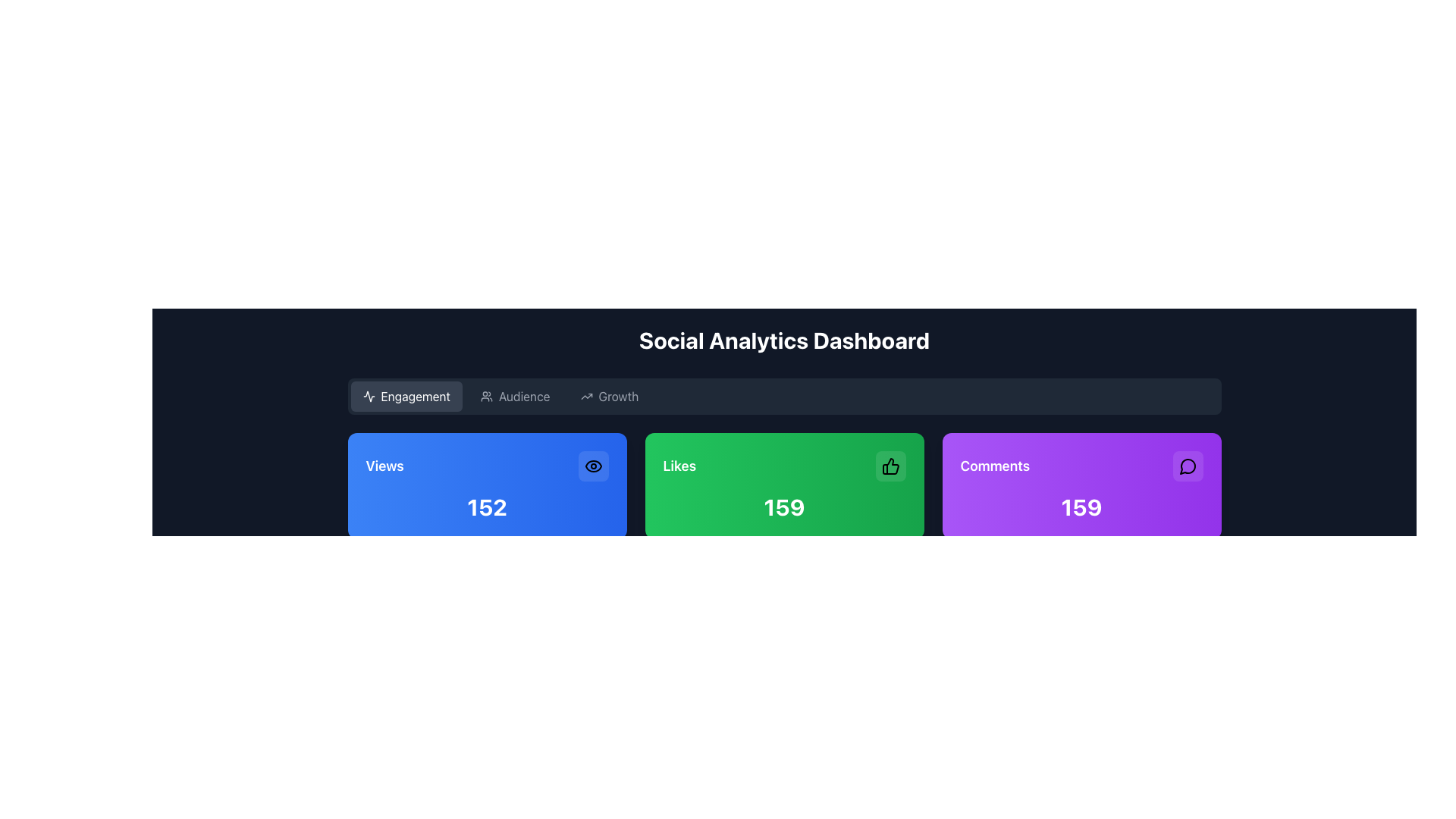 The width and height of the screenshot is (1456, 819). What do you see at coordinates (890, 465) in the screenshot?
I see `the small rectangular button with rounded corners, featuring a thumbs-up icon, located in the top right corner of the 'Likes' card in the metrics dashboard` at bounding box center [890, 465].